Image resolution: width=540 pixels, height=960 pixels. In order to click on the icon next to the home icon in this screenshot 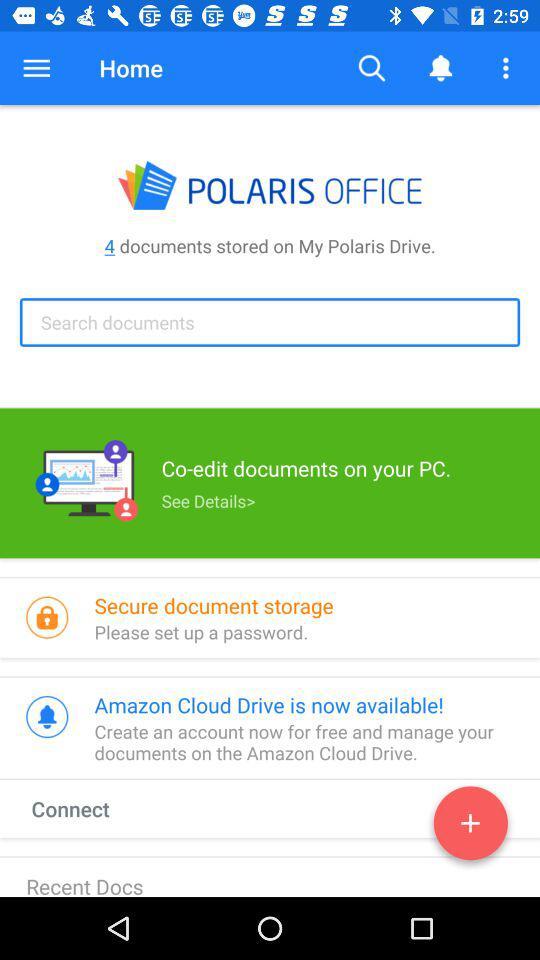, I will do `click(36, 68)`.